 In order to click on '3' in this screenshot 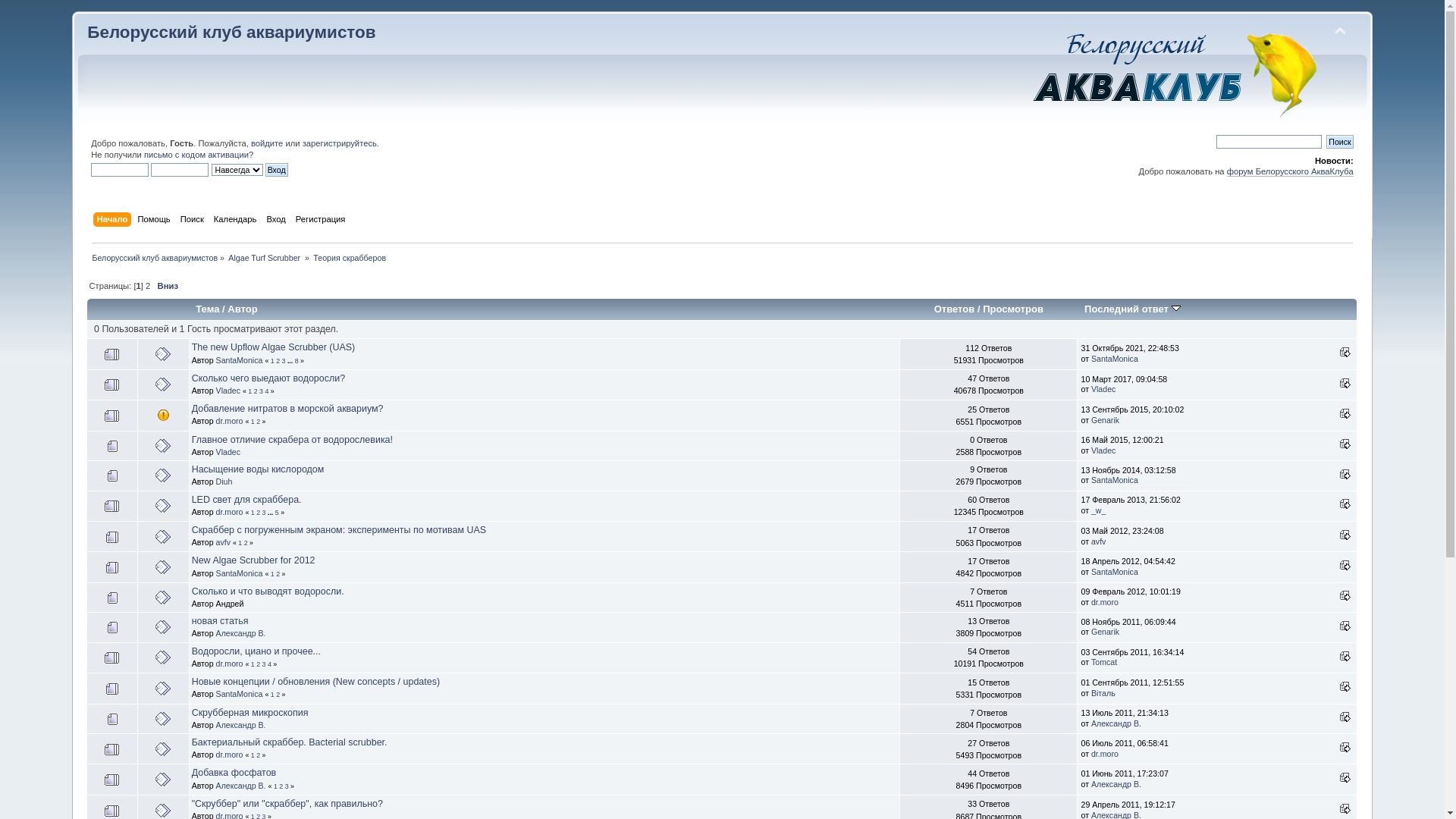, I will do `click(264, 663)`.